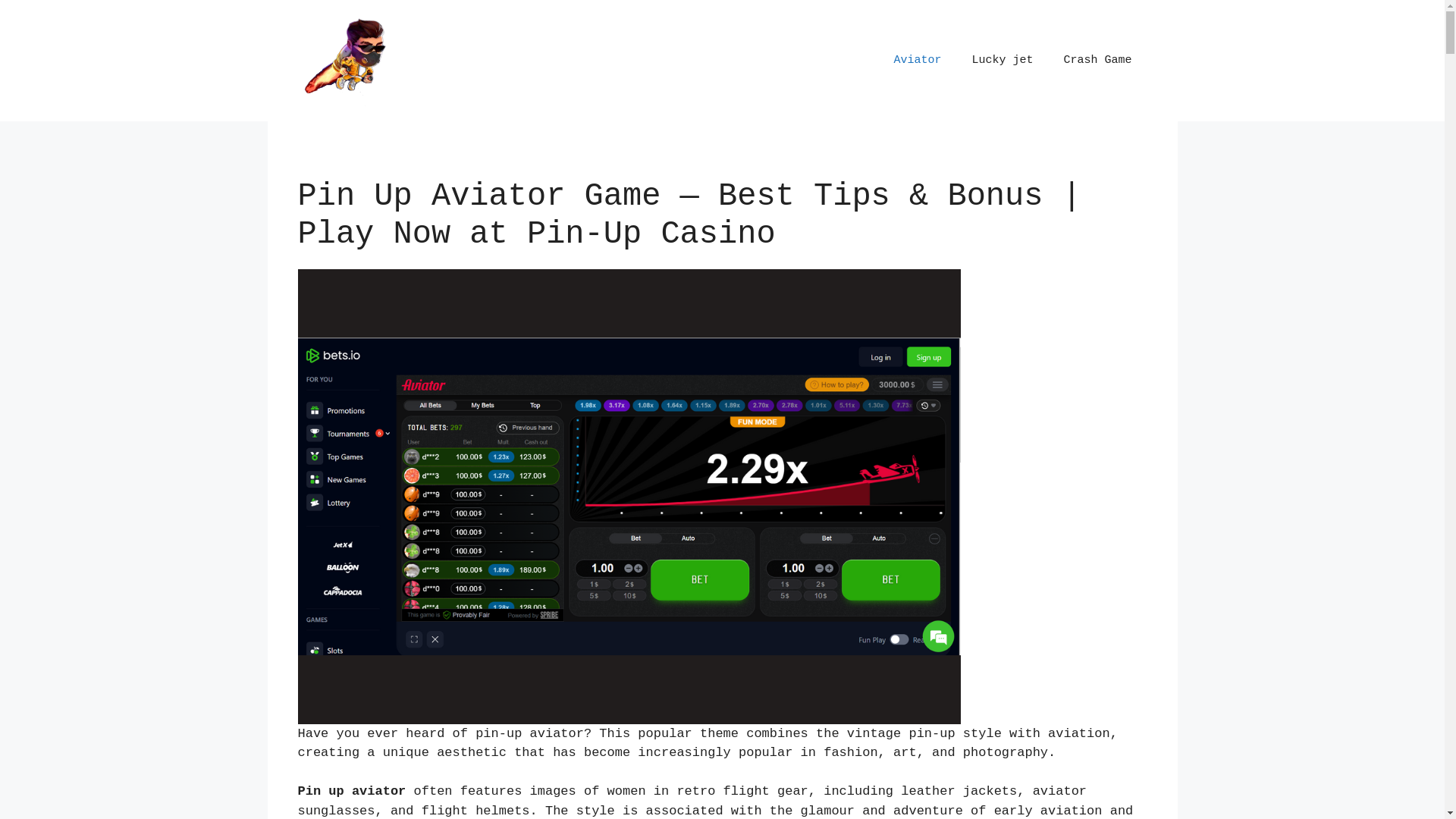 The image size is (1456, 819). Describe the element at coordinates (1047, 60) in the screenshot. I see `'Crash Game'` at that location.